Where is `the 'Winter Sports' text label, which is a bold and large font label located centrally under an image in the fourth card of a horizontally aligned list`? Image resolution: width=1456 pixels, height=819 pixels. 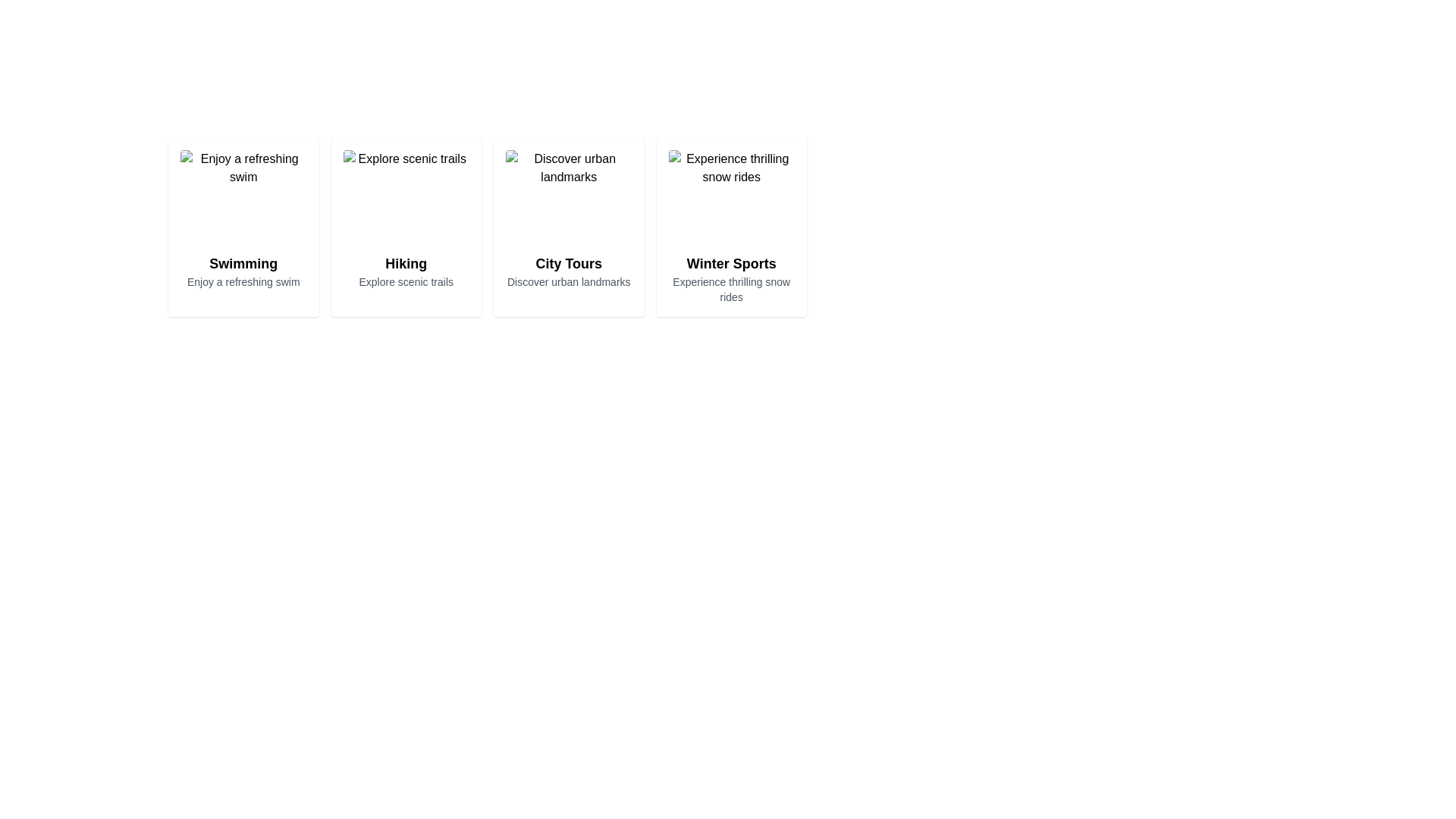 the 'Winter Sports' text label, which is a bold and large font label located centrally under an image in the fourth card of a horizontally aligned list is located at coordinates (731, 262).